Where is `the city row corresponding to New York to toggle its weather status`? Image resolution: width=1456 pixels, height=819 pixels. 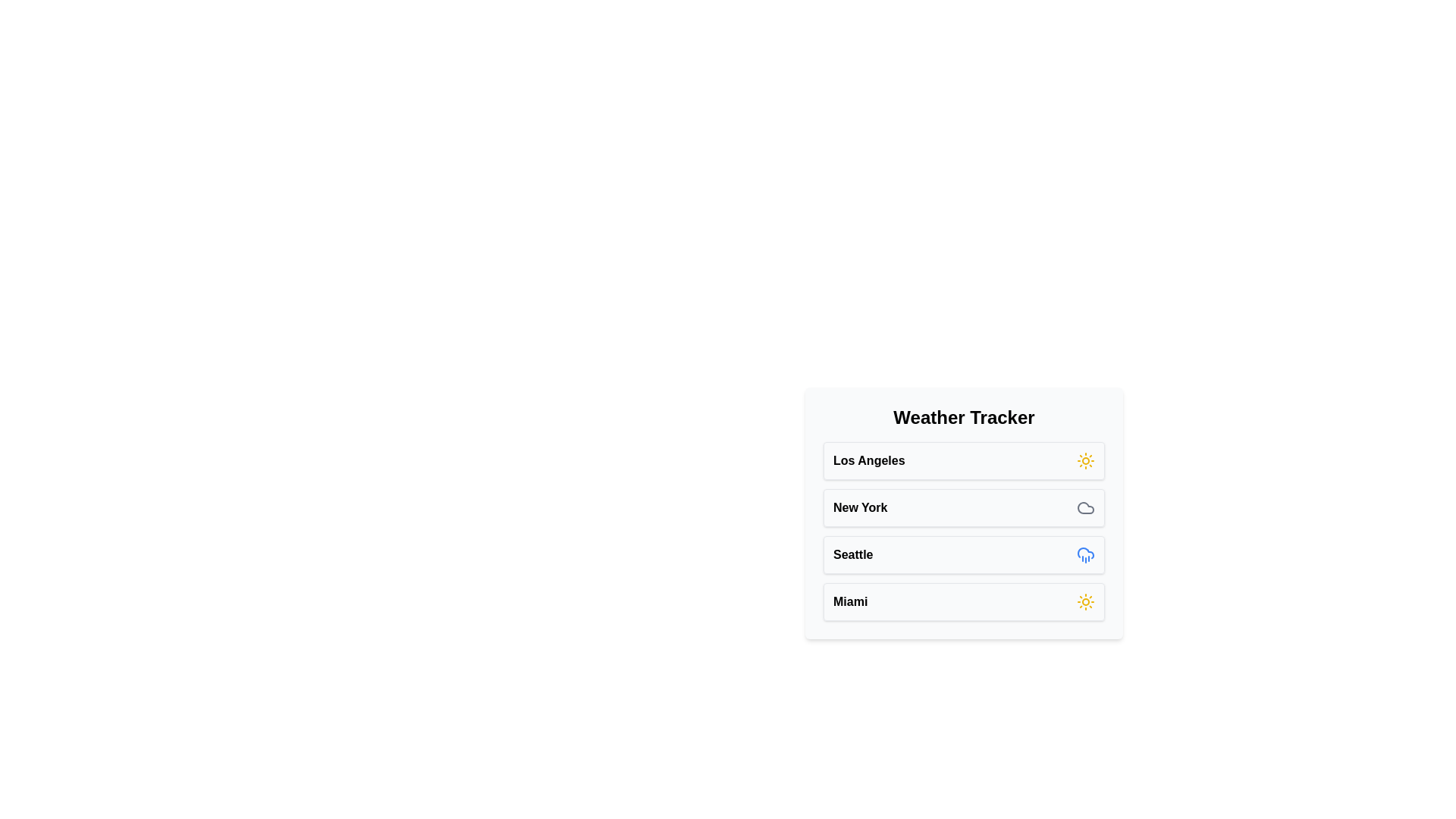 the city row corresponding to New York to toggle its weather status is located at coordinates (963, 508).